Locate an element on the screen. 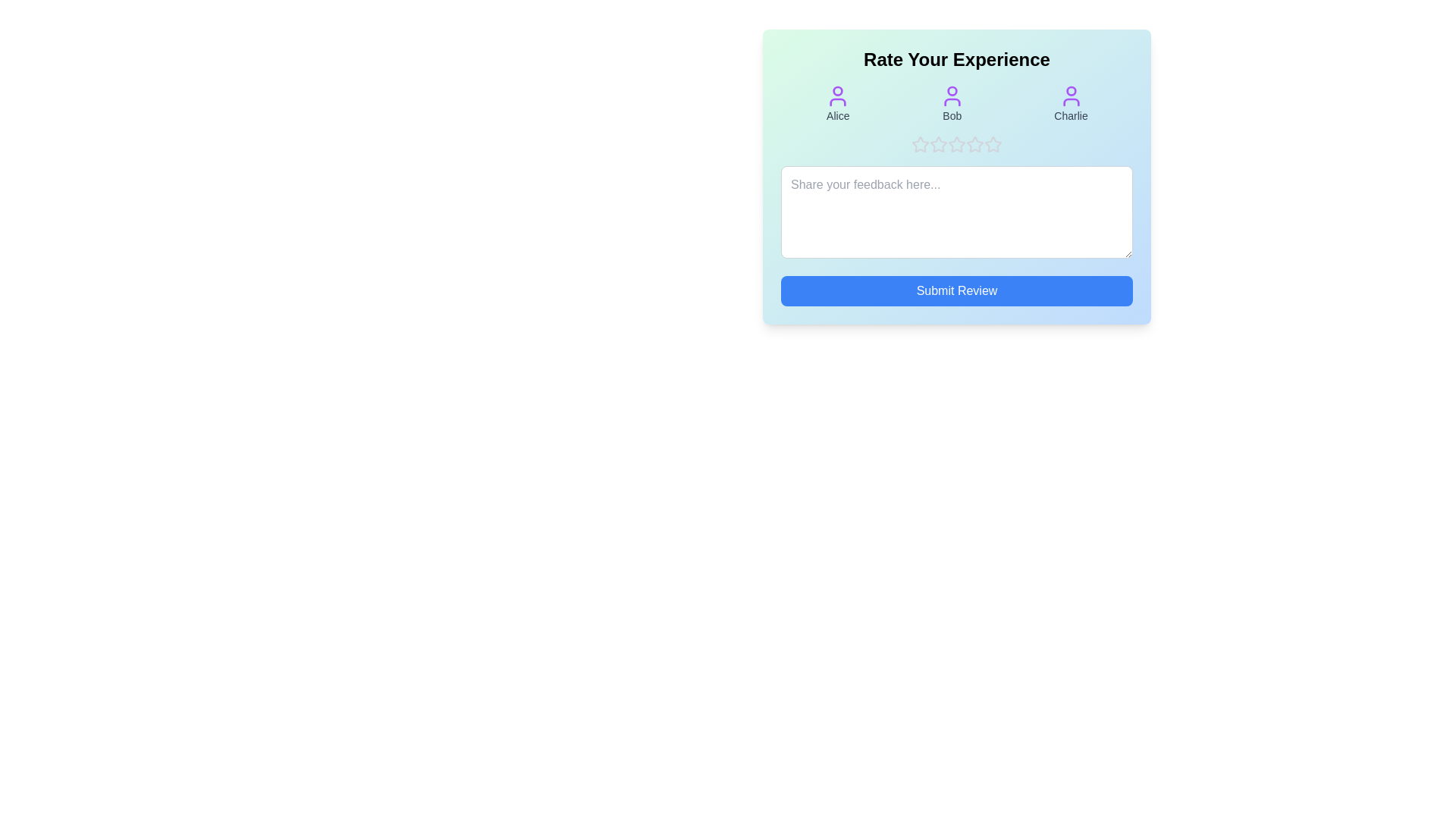 Image resolution: width=1456 pixels, height=819 pixels. the product rating to 5 stars by clicking on the corresponding star is located at coordinates (993, 145).